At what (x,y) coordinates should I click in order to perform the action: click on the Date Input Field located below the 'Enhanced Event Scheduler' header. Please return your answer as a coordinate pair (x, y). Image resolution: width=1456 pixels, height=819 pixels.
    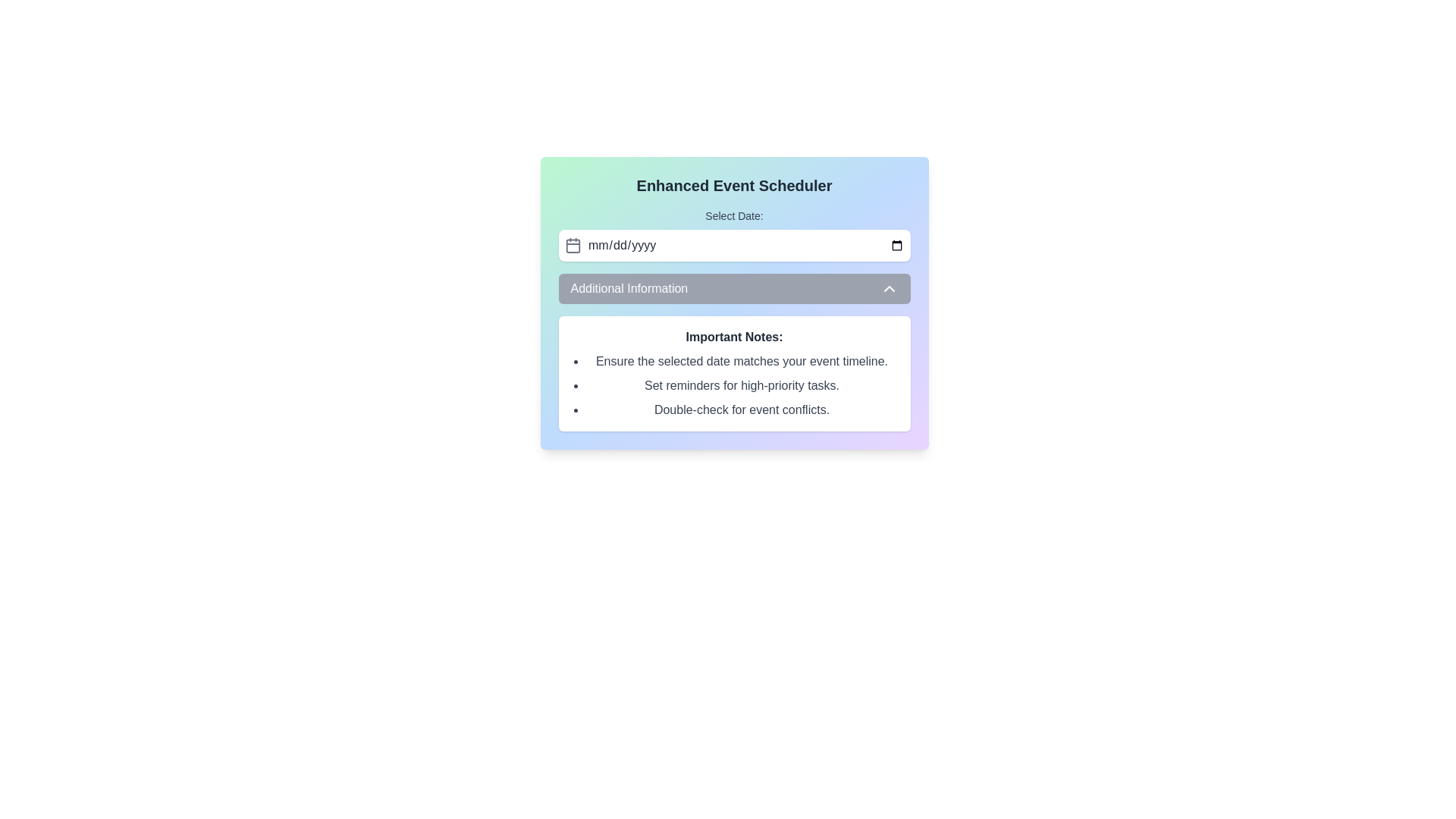
    Looking at the image, I should click on (734, 234).